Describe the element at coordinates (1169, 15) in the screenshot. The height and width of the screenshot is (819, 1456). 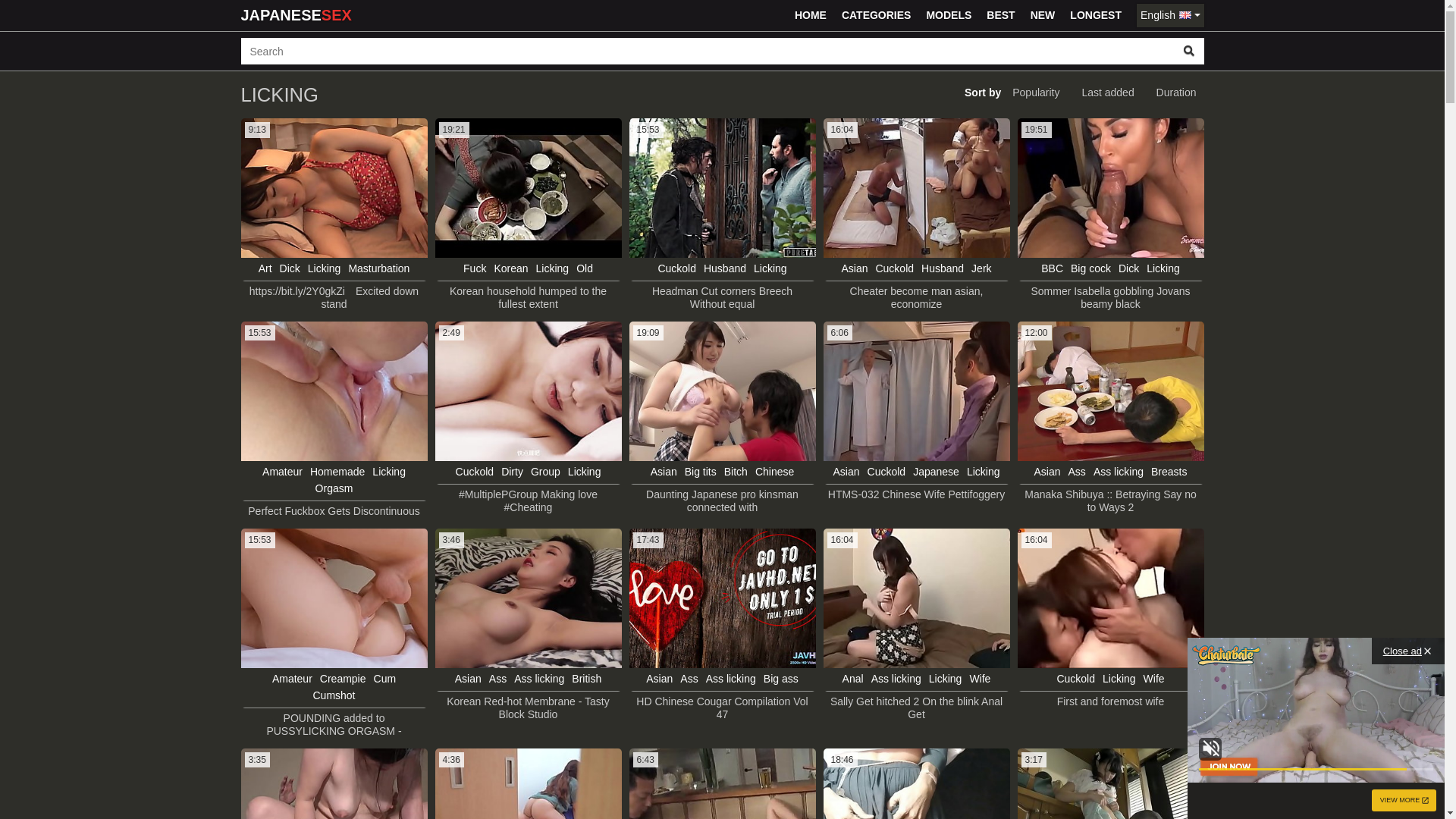
I see `'English'` at that location.